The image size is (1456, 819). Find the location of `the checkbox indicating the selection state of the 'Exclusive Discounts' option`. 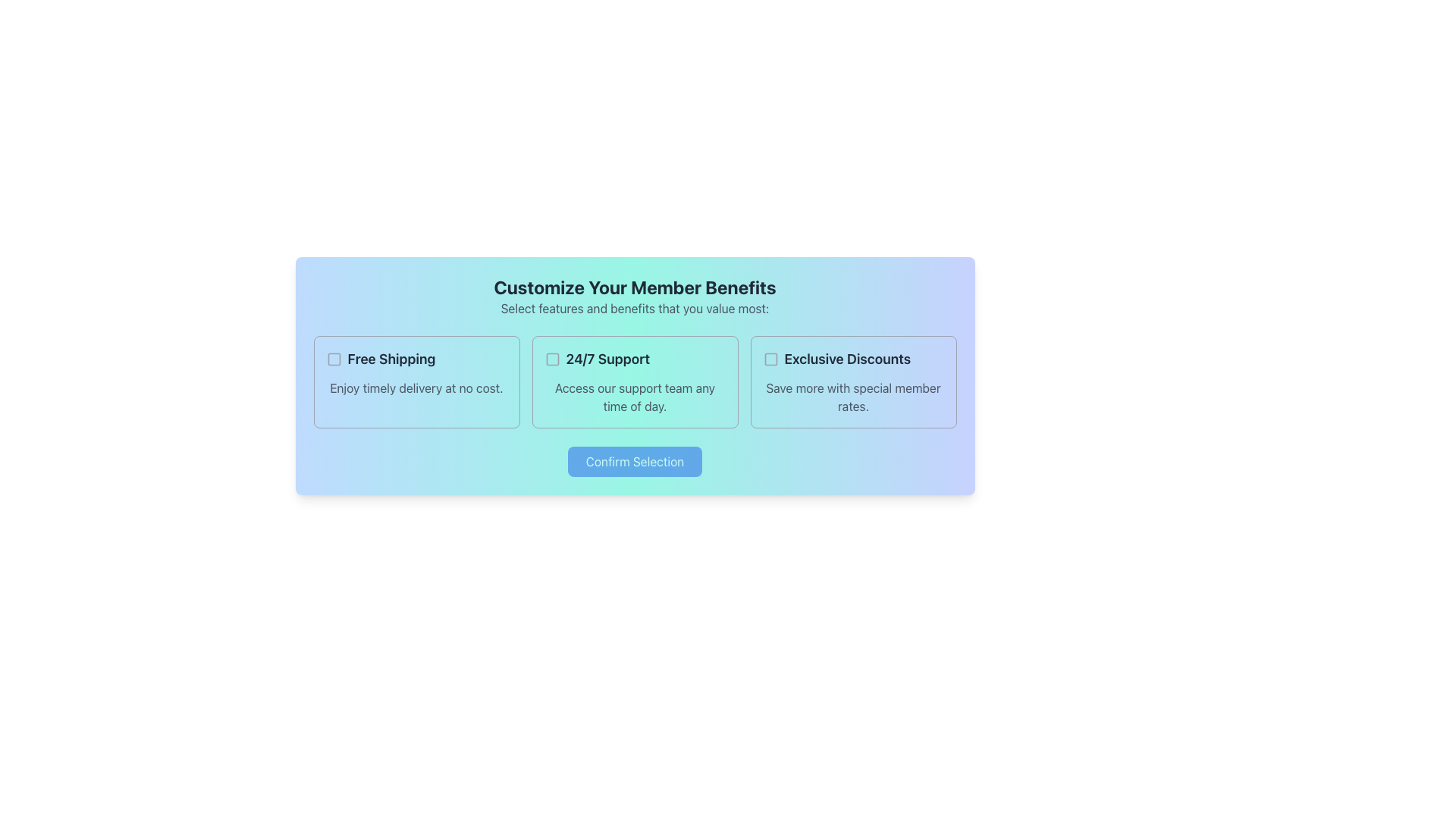

the checkbox indicating the selection state of the 'Exclusive Discounts' option is located at coordinates (770, 359).